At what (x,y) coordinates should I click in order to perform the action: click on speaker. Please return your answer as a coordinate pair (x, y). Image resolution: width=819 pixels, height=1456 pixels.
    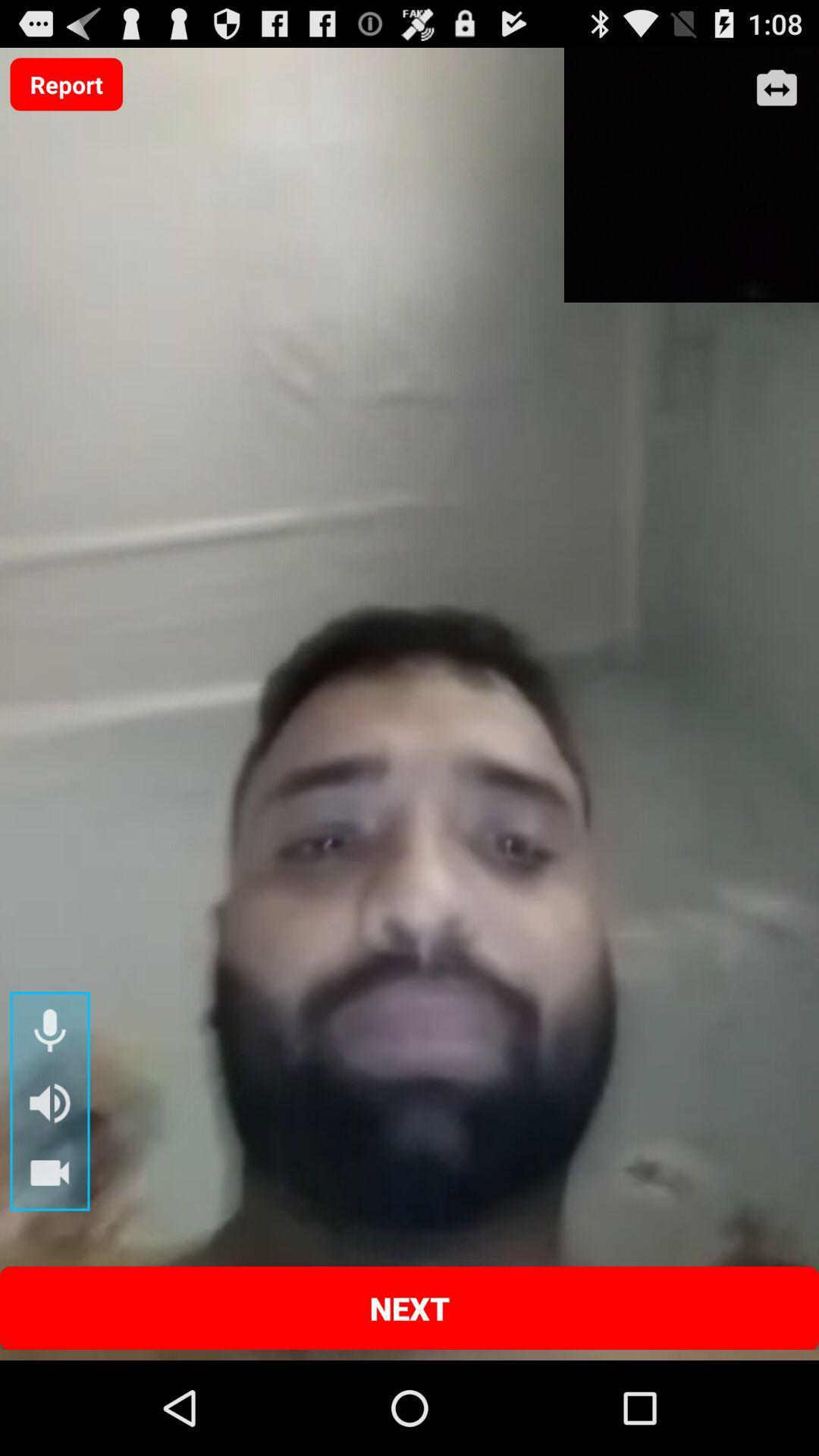
    Looking at the image, I should click on (49, 1103).